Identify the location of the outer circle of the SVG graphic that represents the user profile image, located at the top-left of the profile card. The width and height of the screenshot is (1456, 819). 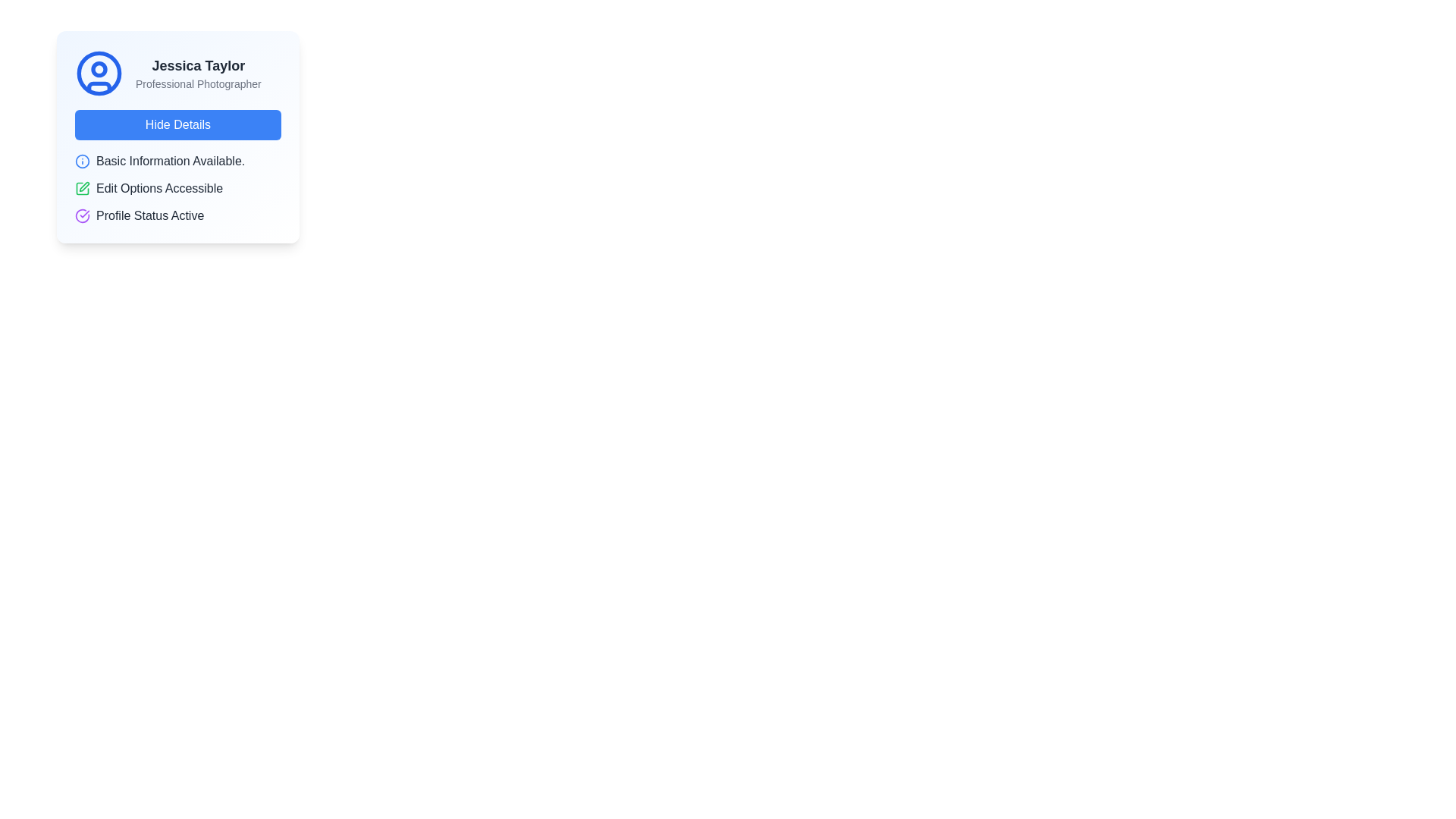
(98, 73).